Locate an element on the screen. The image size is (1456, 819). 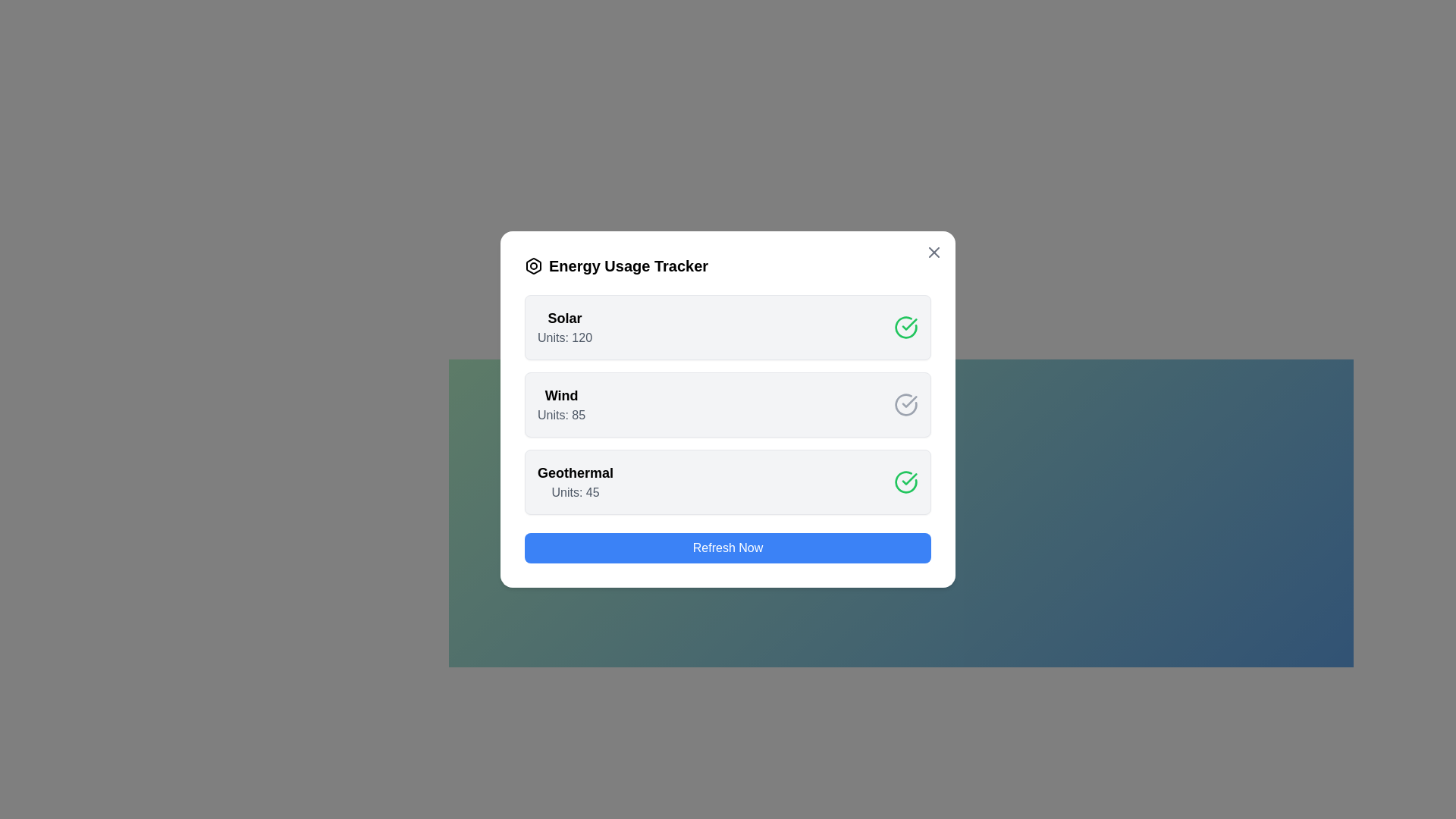
the 'Refresh Now' button, which is a rectangular button with rounded corners and a blue background located at the bottom center of the pop-up card is located at coordinates (728, 548).